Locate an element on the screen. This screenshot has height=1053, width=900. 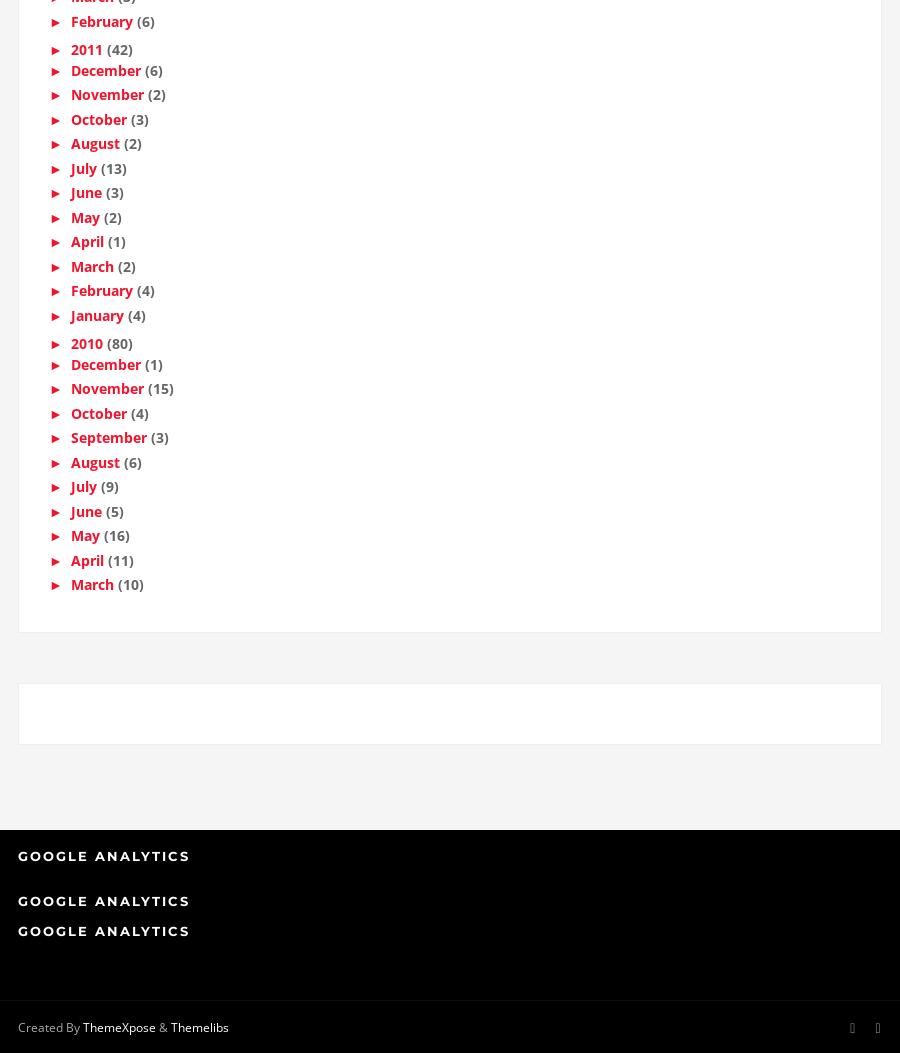
'(15)' is located at coordinates (160, 395).